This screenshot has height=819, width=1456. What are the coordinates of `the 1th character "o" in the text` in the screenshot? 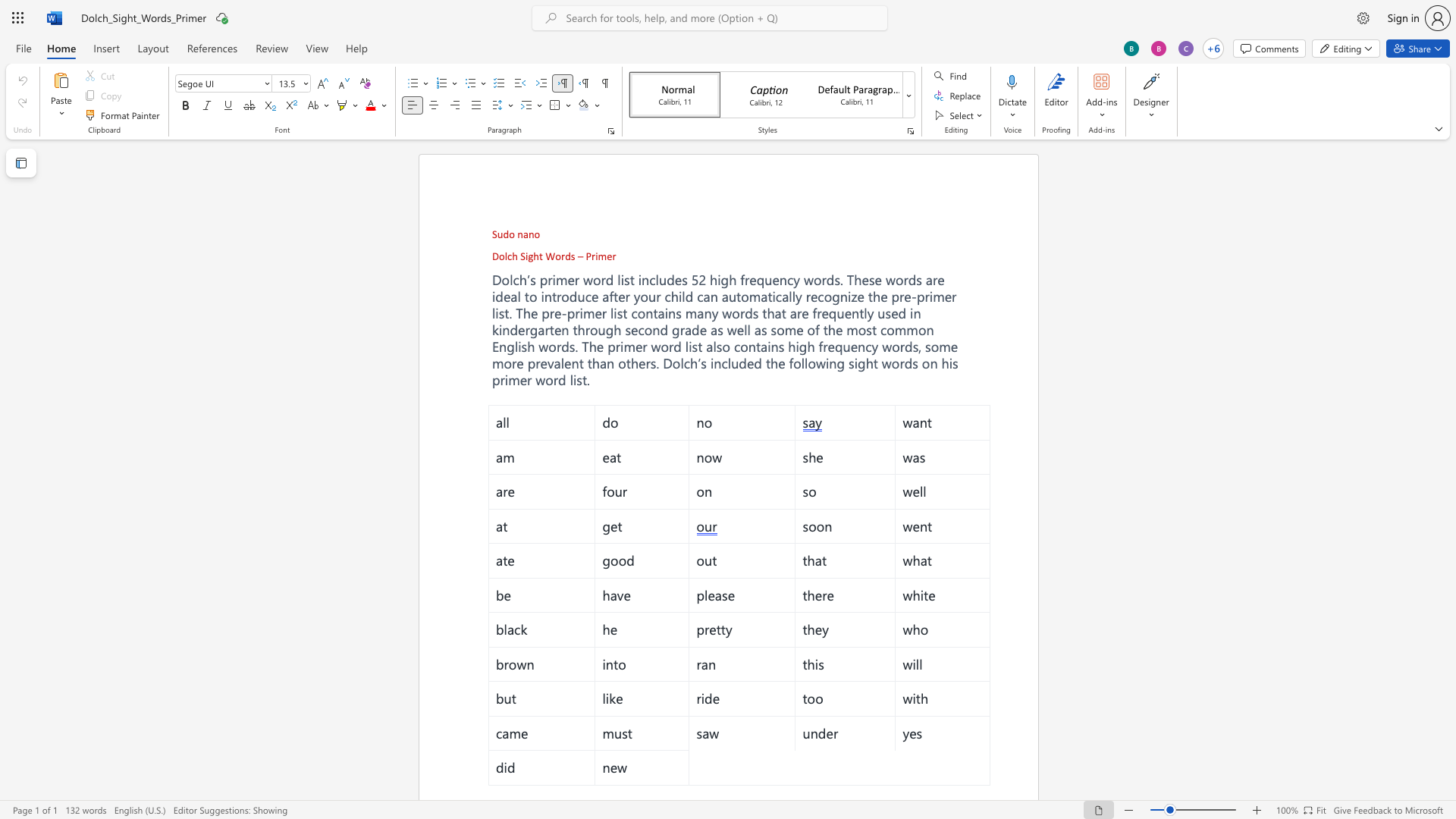 It's located at (501, 256).